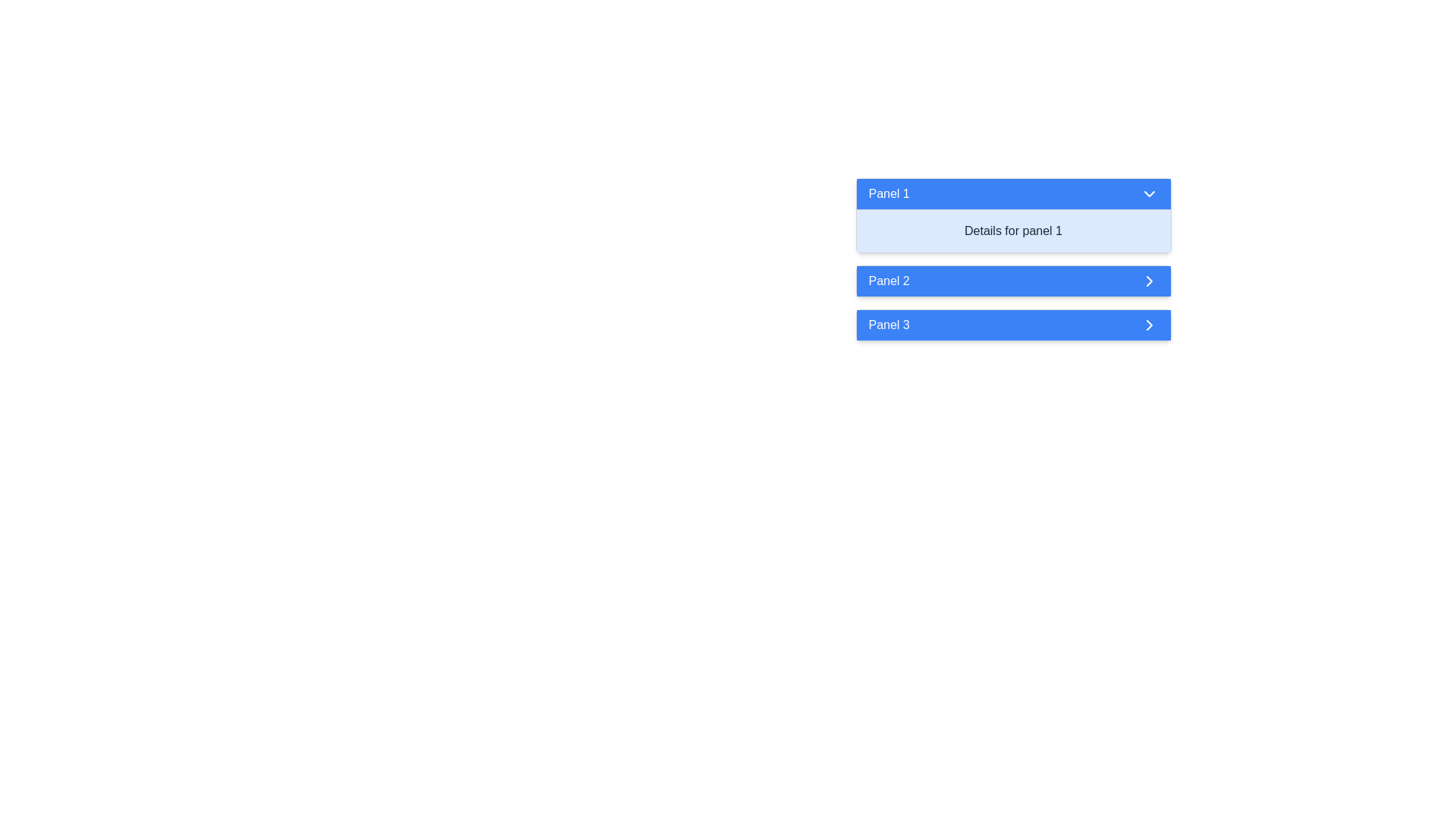 Image resolution: width=1456 pixels, height=819 pixels. Describe the element at coordinates (1013, 231) in the screenshot. I see `the static text block displaying 'Details for panel 1', which is prominently styled with a light blue background and dark gray font, located below the 'Panel 1' heading` at that location.